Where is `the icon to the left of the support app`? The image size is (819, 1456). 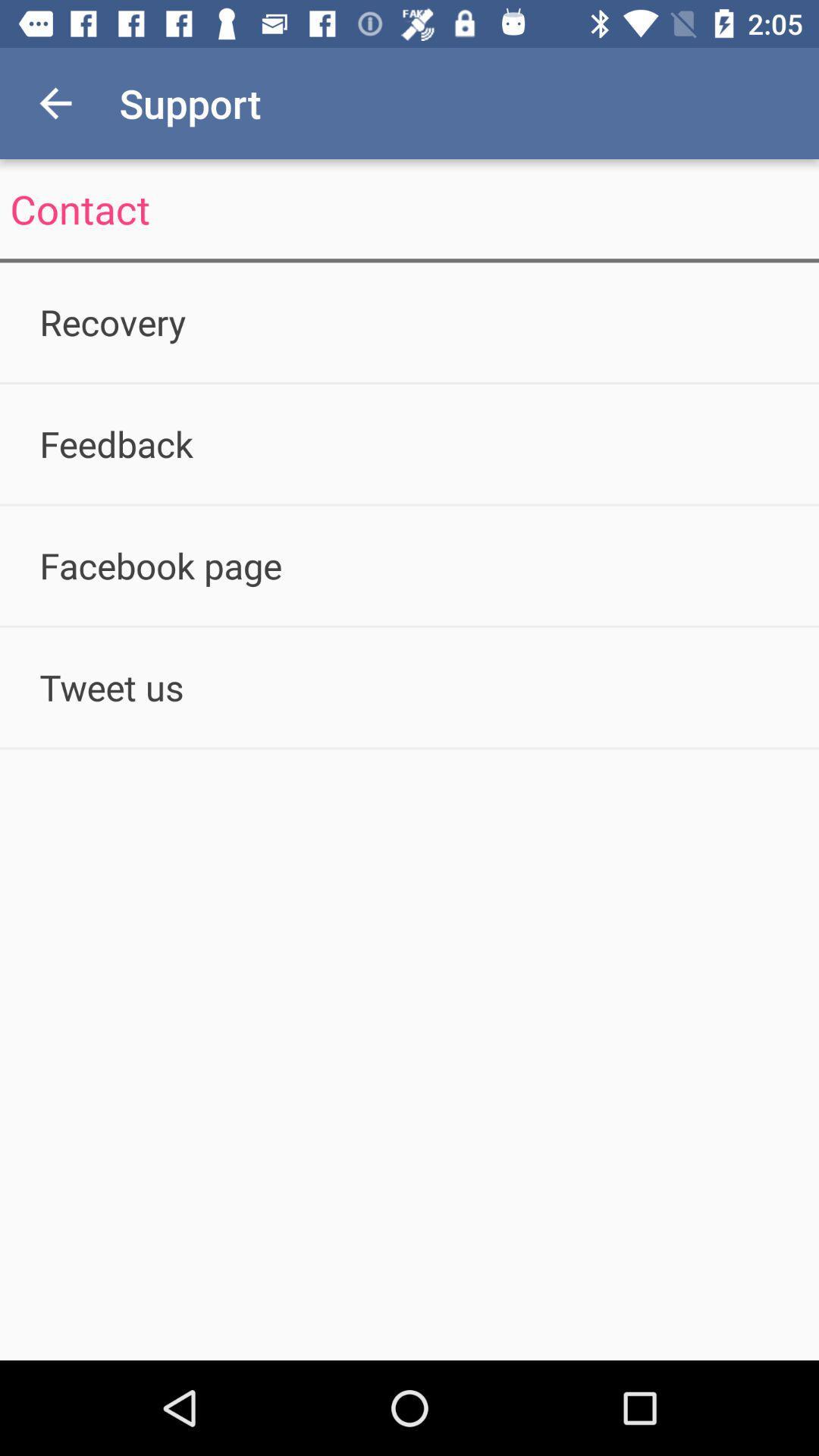
the icon to the left of the support app is located at coordinates (55, 102).